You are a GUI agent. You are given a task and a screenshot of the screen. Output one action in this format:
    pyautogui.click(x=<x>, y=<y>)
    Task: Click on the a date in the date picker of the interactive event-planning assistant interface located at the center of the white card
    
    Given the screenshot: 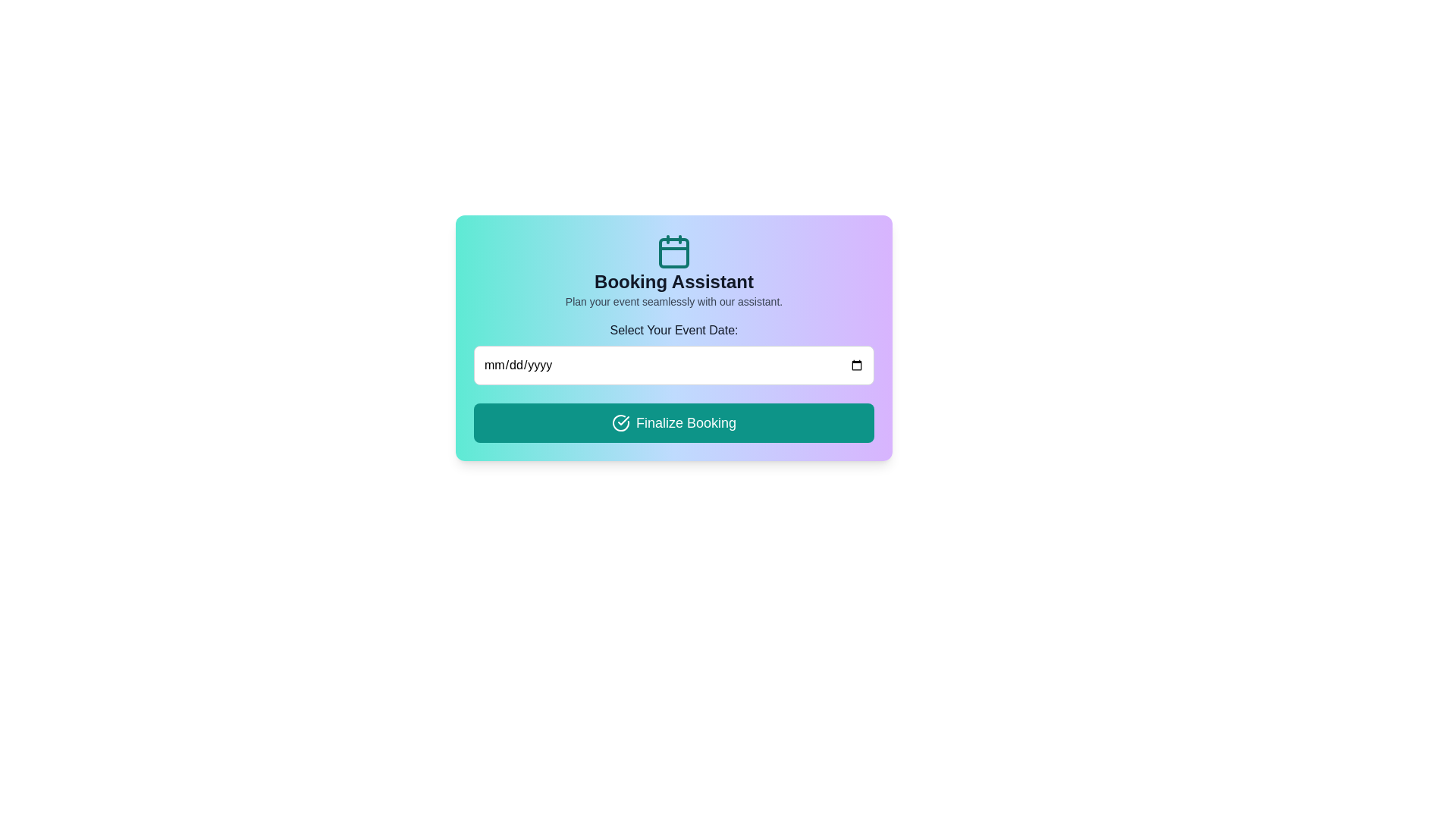 What is the action you would take?
    pyautogui.click(x=673, y=337)
    